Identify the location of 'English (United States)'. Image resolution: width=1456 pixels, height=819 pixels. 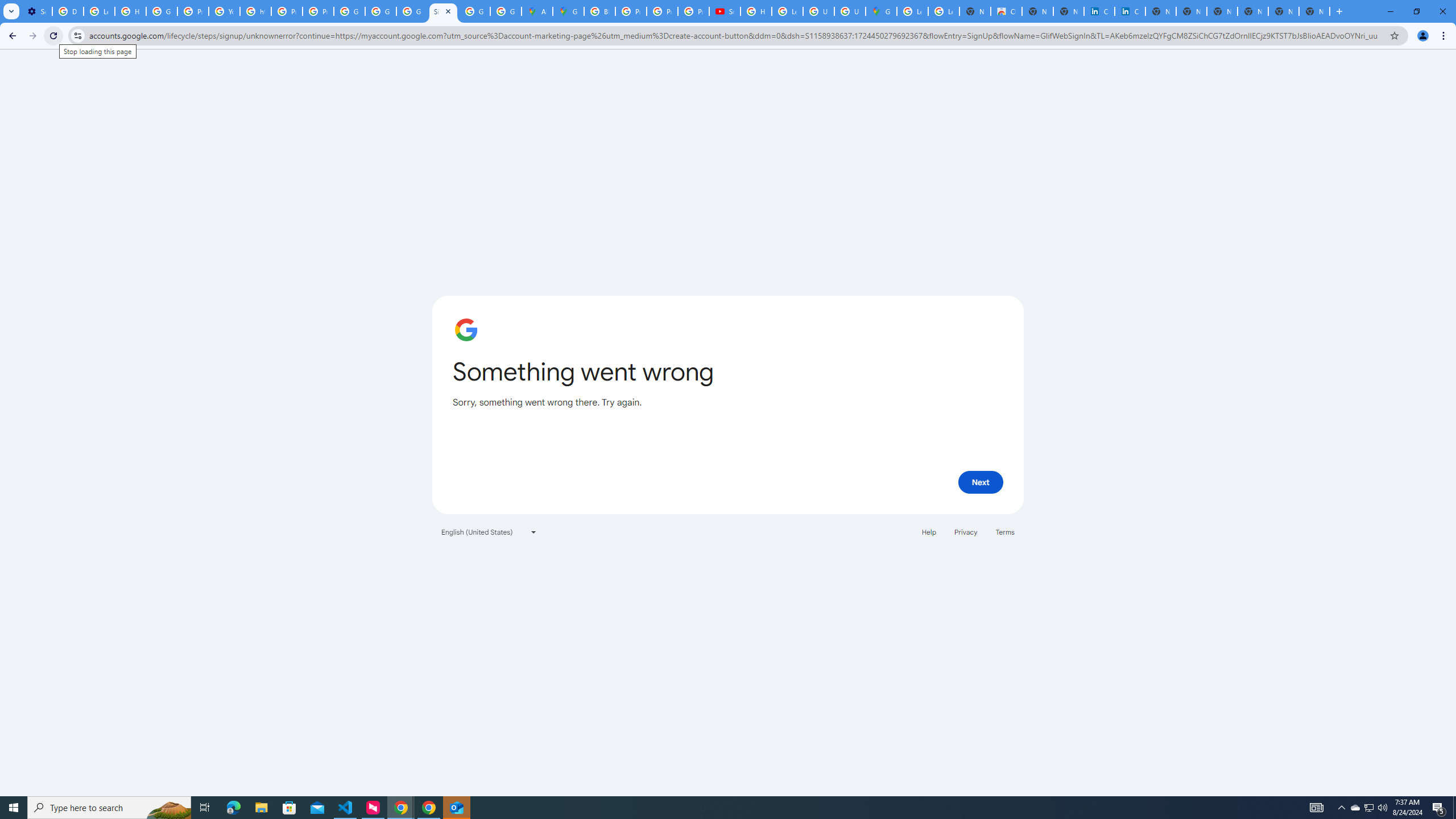
(489, 531).